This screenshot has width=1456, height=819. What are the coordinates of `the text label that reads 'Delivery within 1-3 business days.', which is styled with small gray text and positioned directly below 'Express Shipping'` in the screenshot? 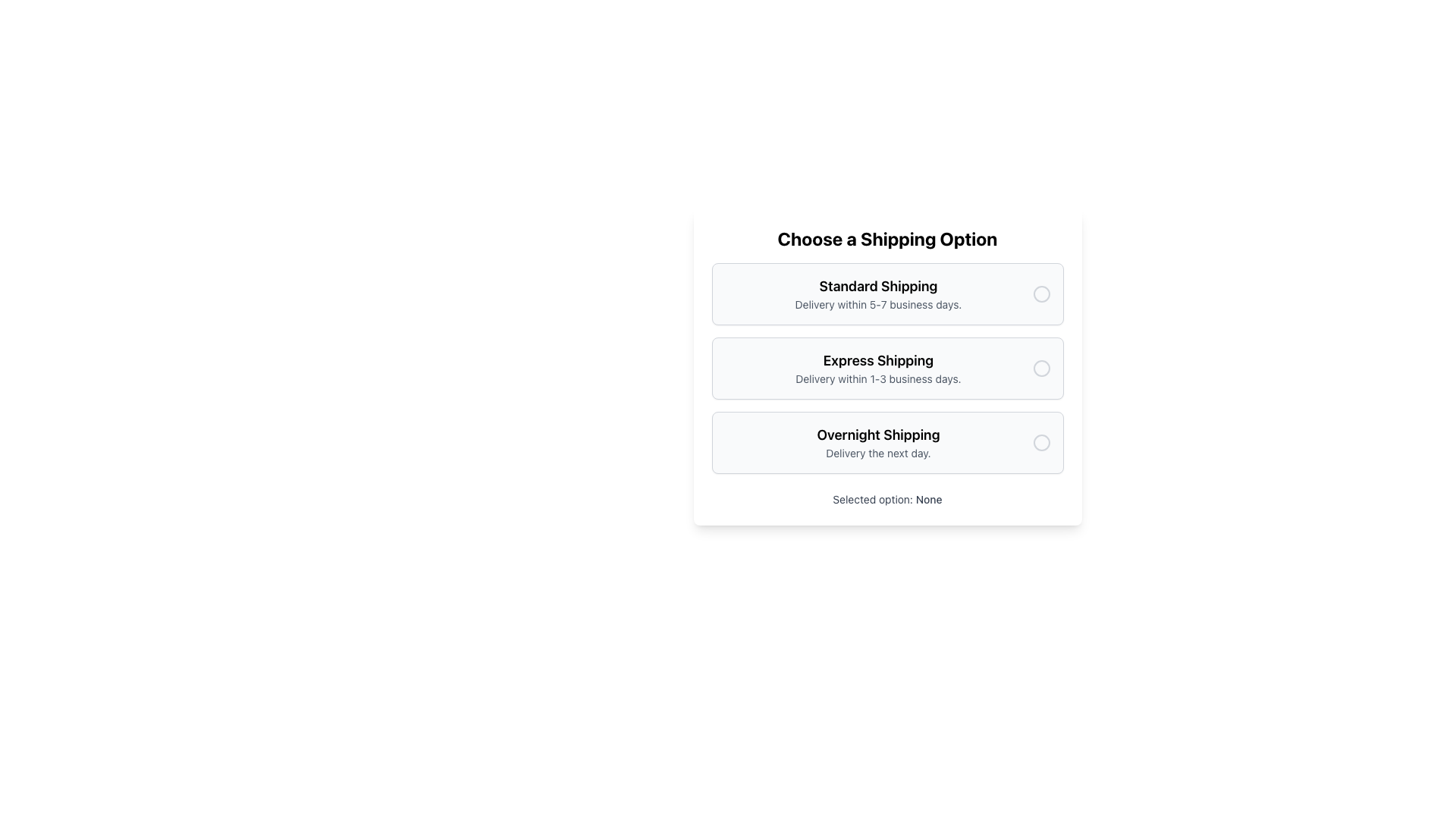 It's located at (878, 378).